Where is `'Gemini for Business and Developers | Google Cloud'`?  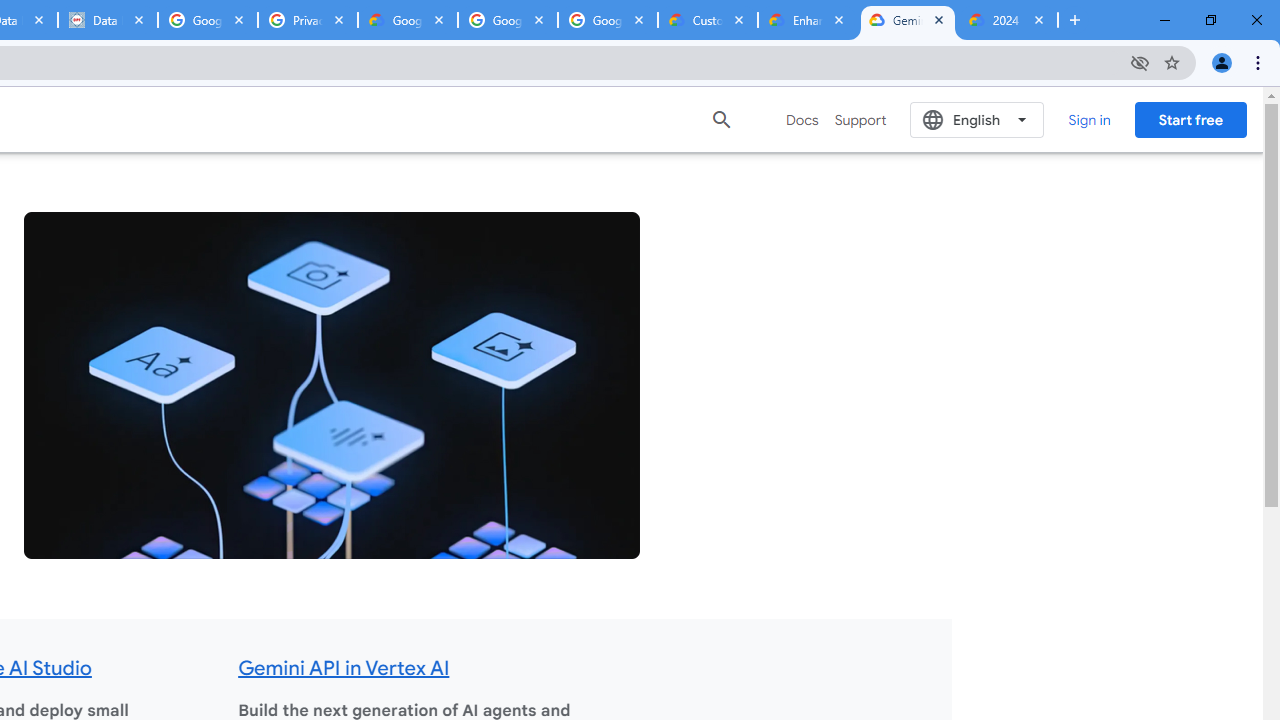
'Gemini for Business and Developers | Google Cloud' is located at coordinates (906, 20).